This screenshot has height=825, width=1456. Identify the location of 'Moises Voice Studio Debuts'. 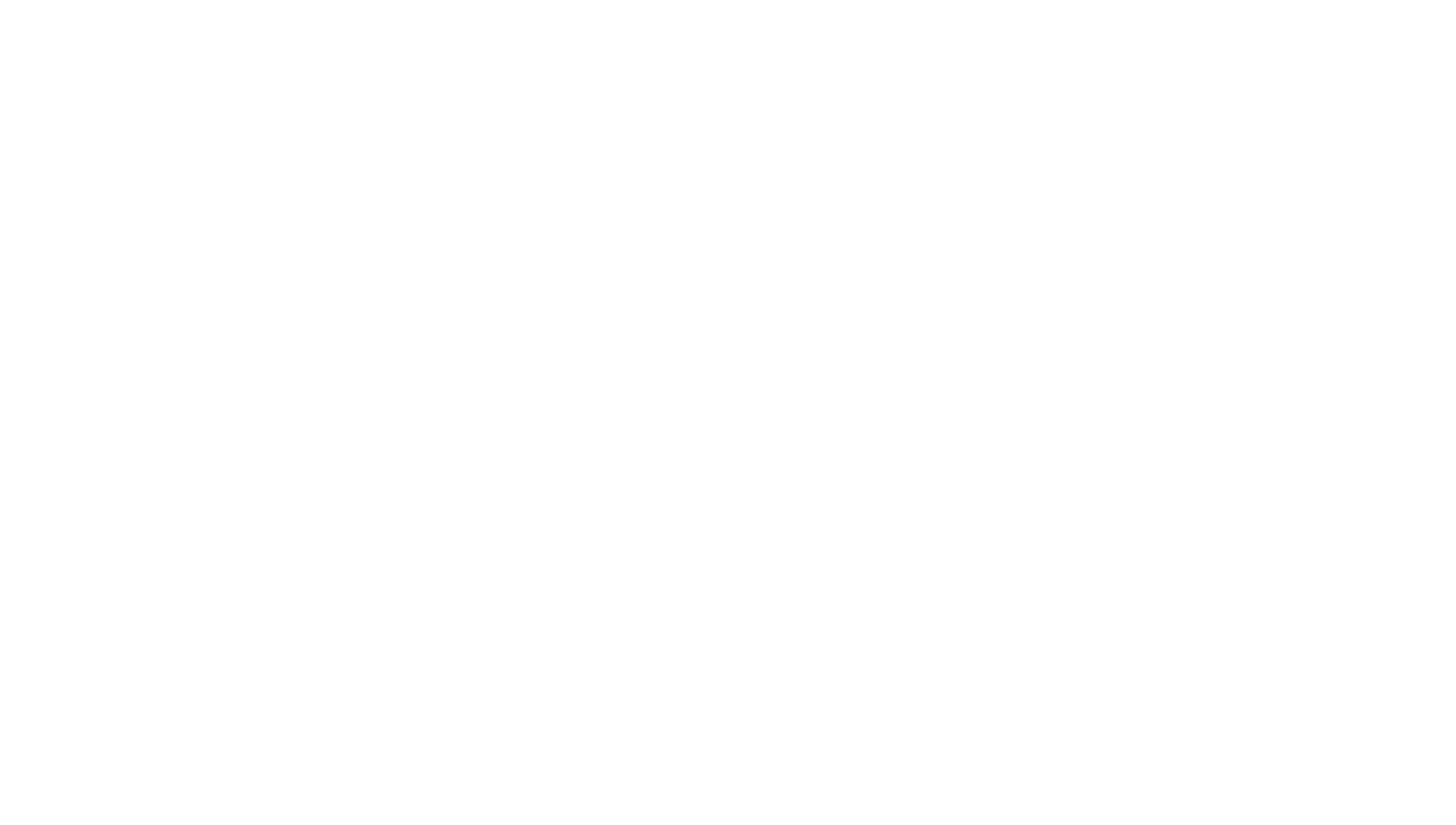
(571, 518).